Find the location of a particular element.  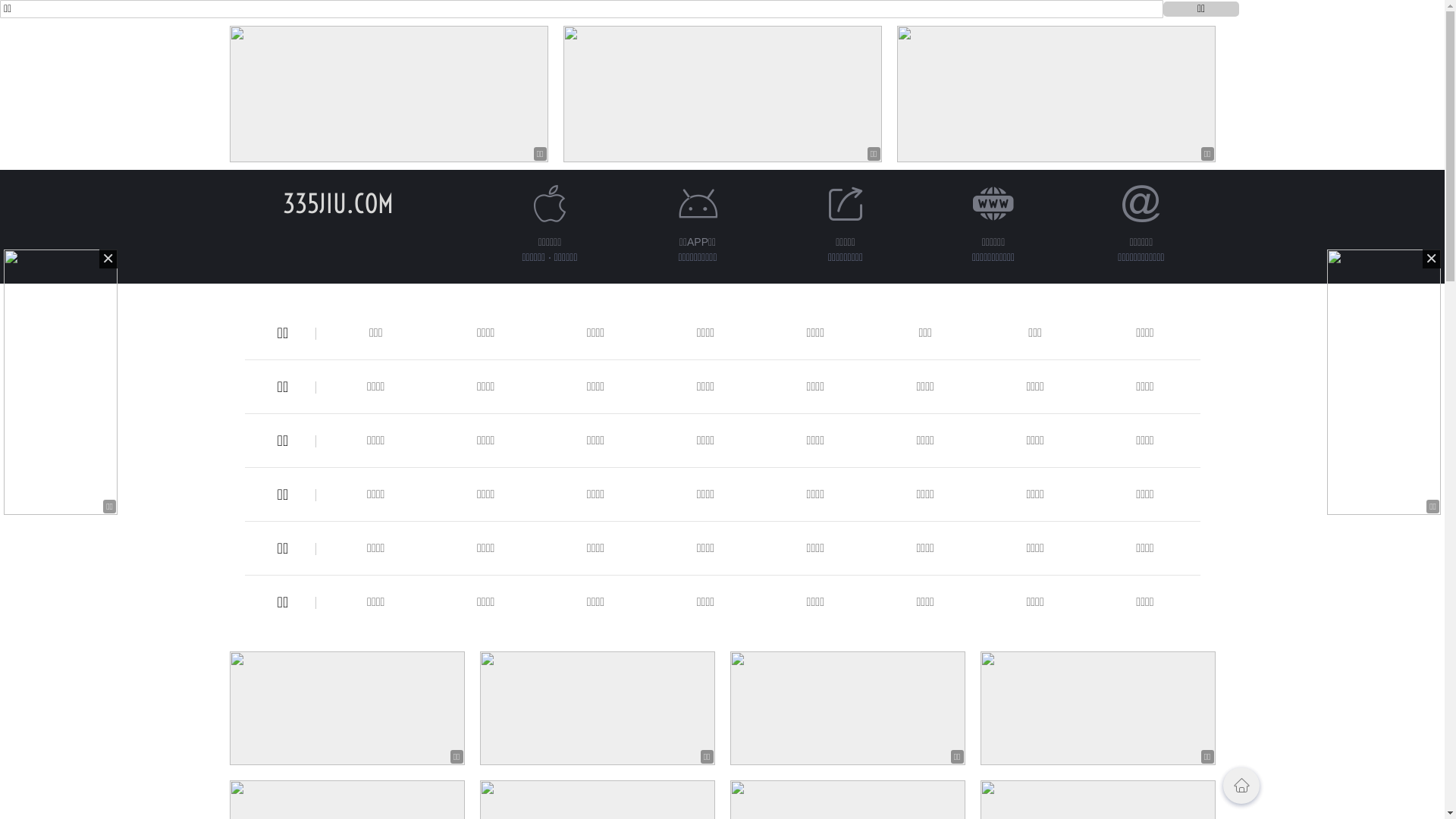

'335JIU.COM' is located at coordinates (337, 202).